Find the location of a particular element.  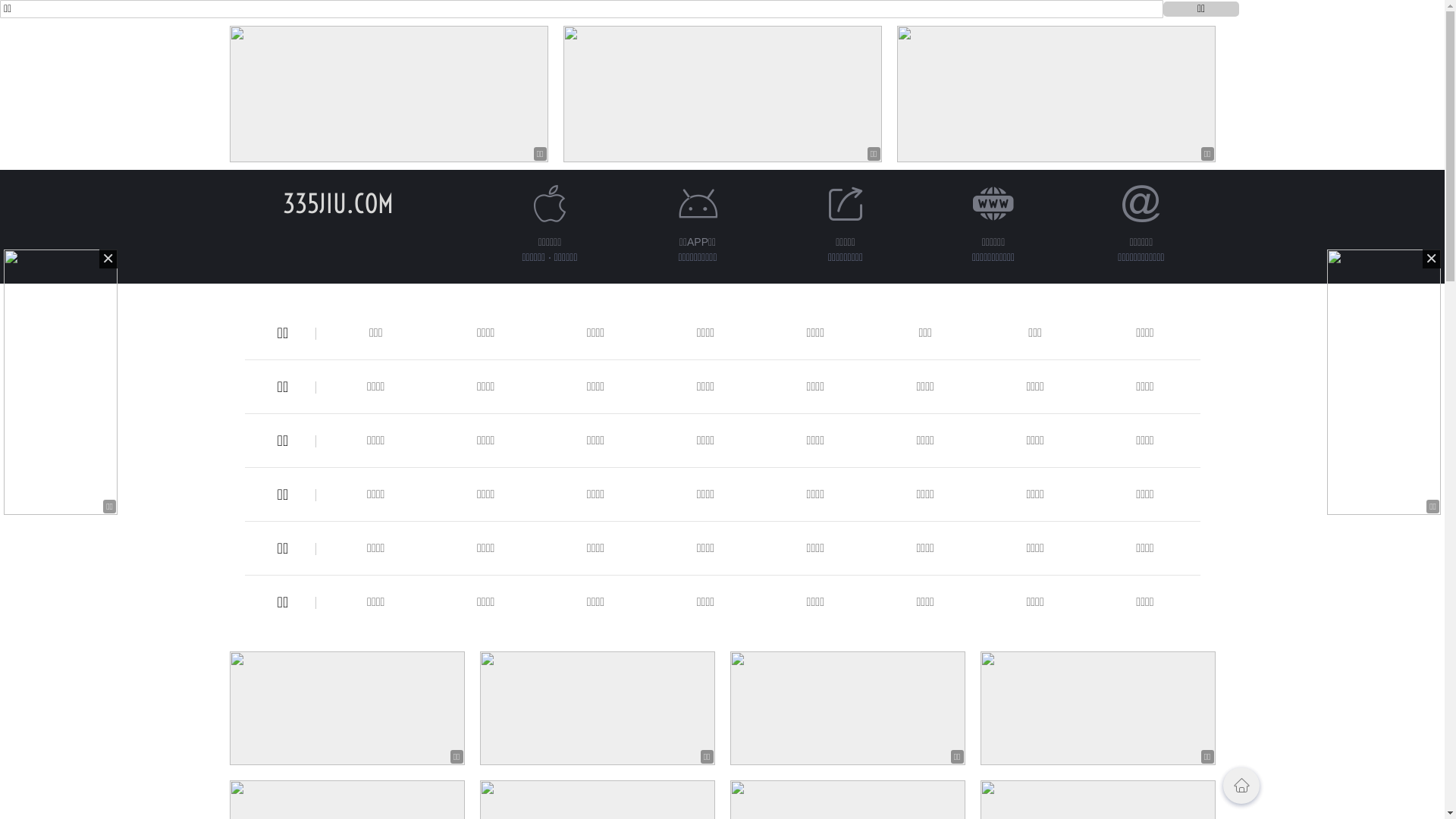

'335JIU.COM' is located at coordinates (337, 202).